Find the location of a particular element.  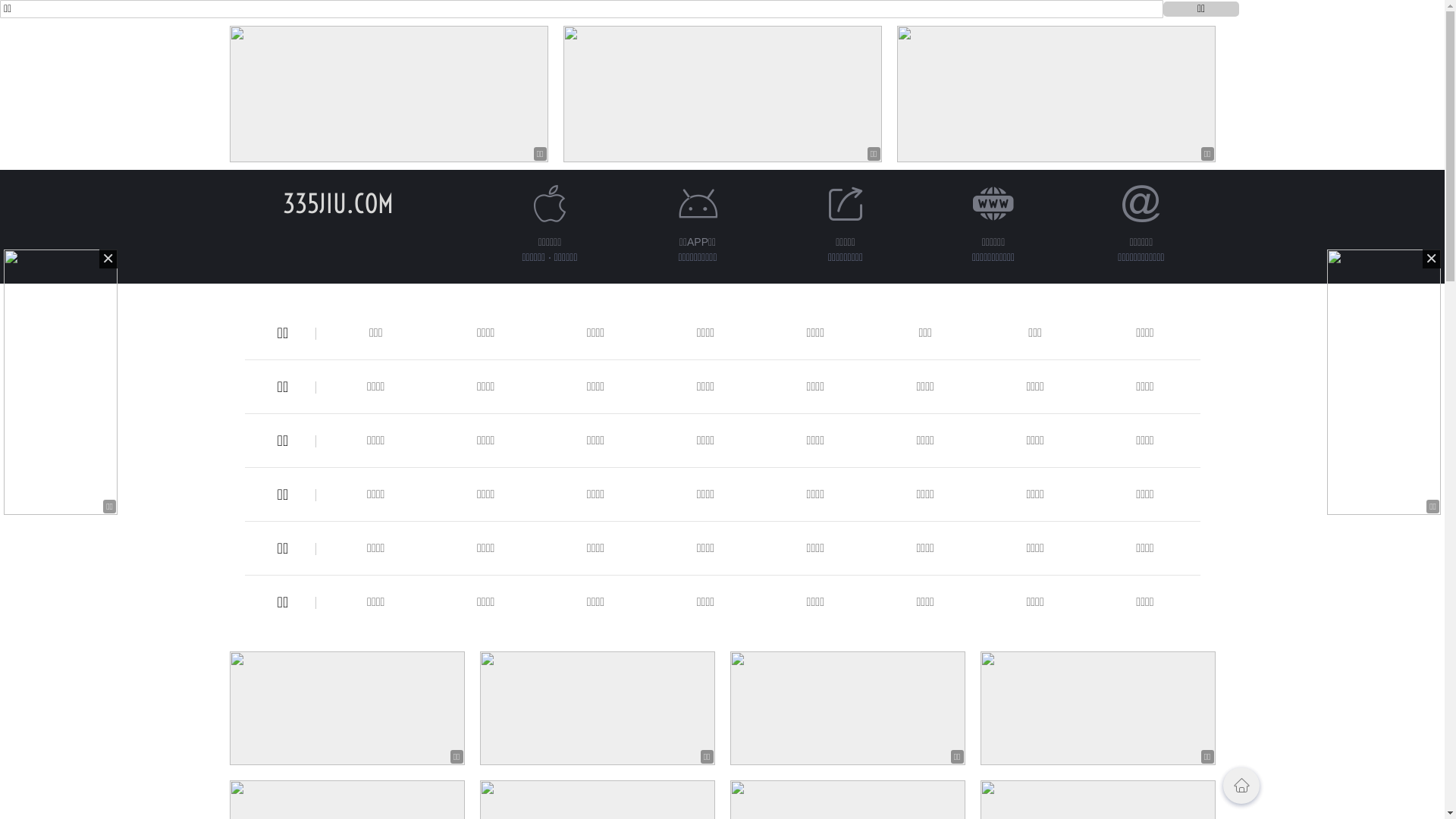

'335JIU.COM' is located at coordinates (337, 202).